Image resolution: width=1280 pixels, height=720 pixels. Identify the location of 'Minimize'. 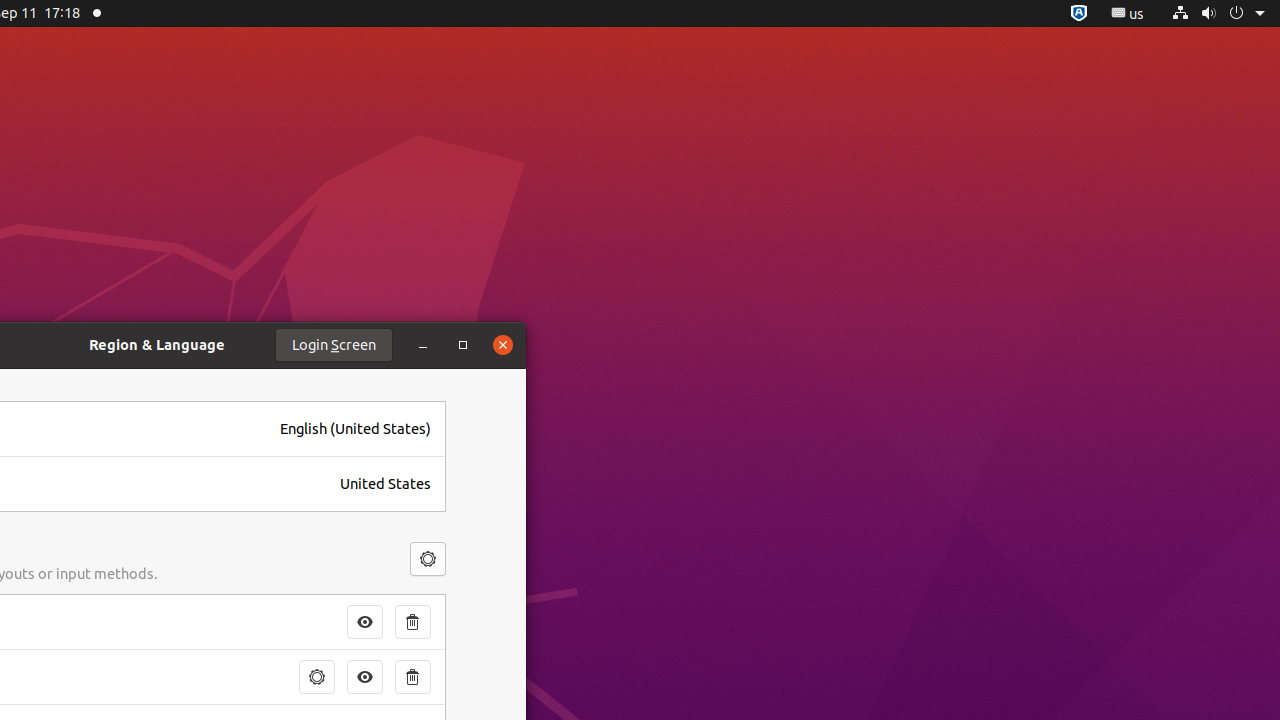
(422, 344).